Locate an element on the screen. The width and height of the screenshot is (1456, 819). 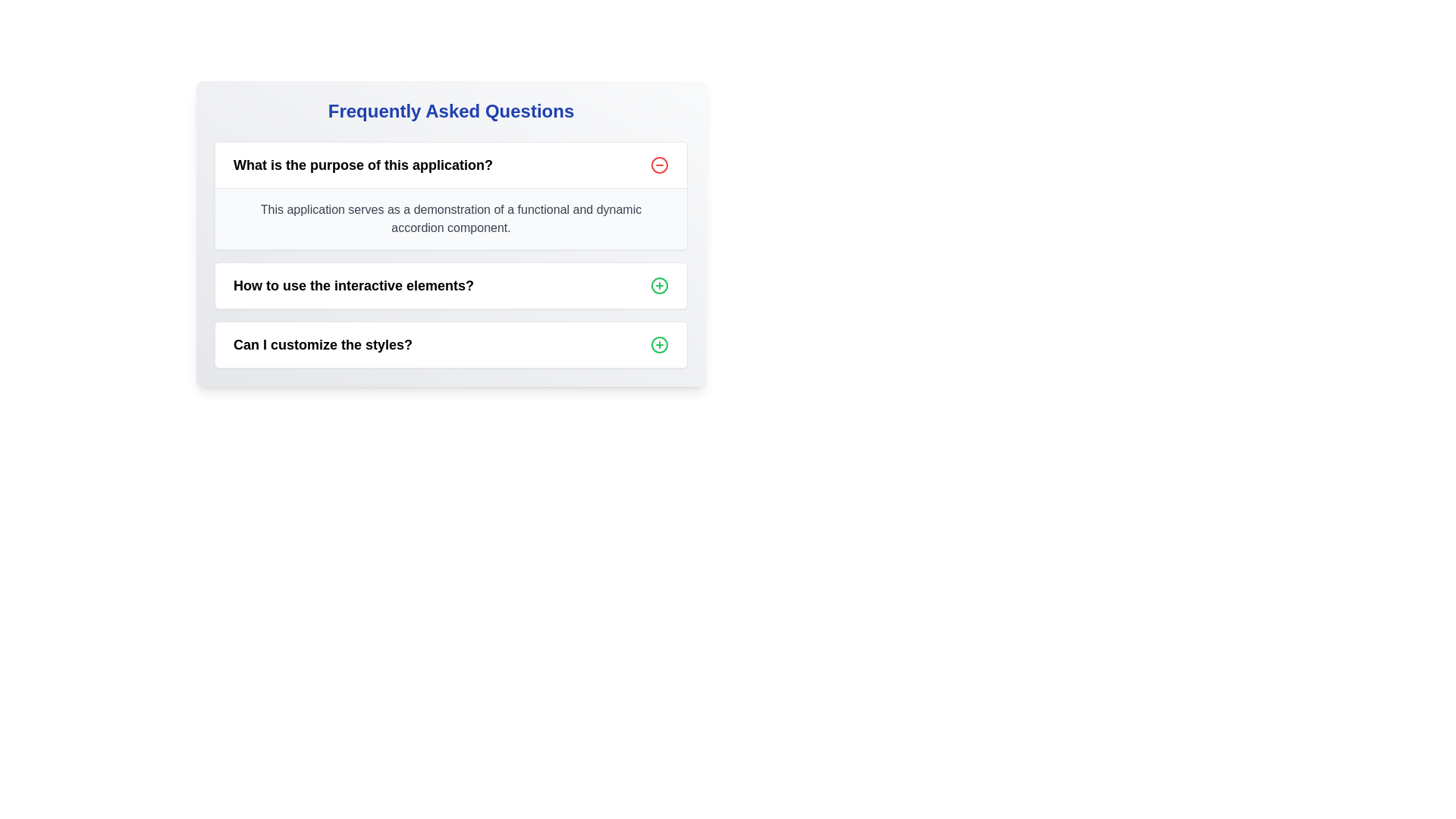
the question in the 'Frequently Asked Questions' section is located at coordinates (450, 234).